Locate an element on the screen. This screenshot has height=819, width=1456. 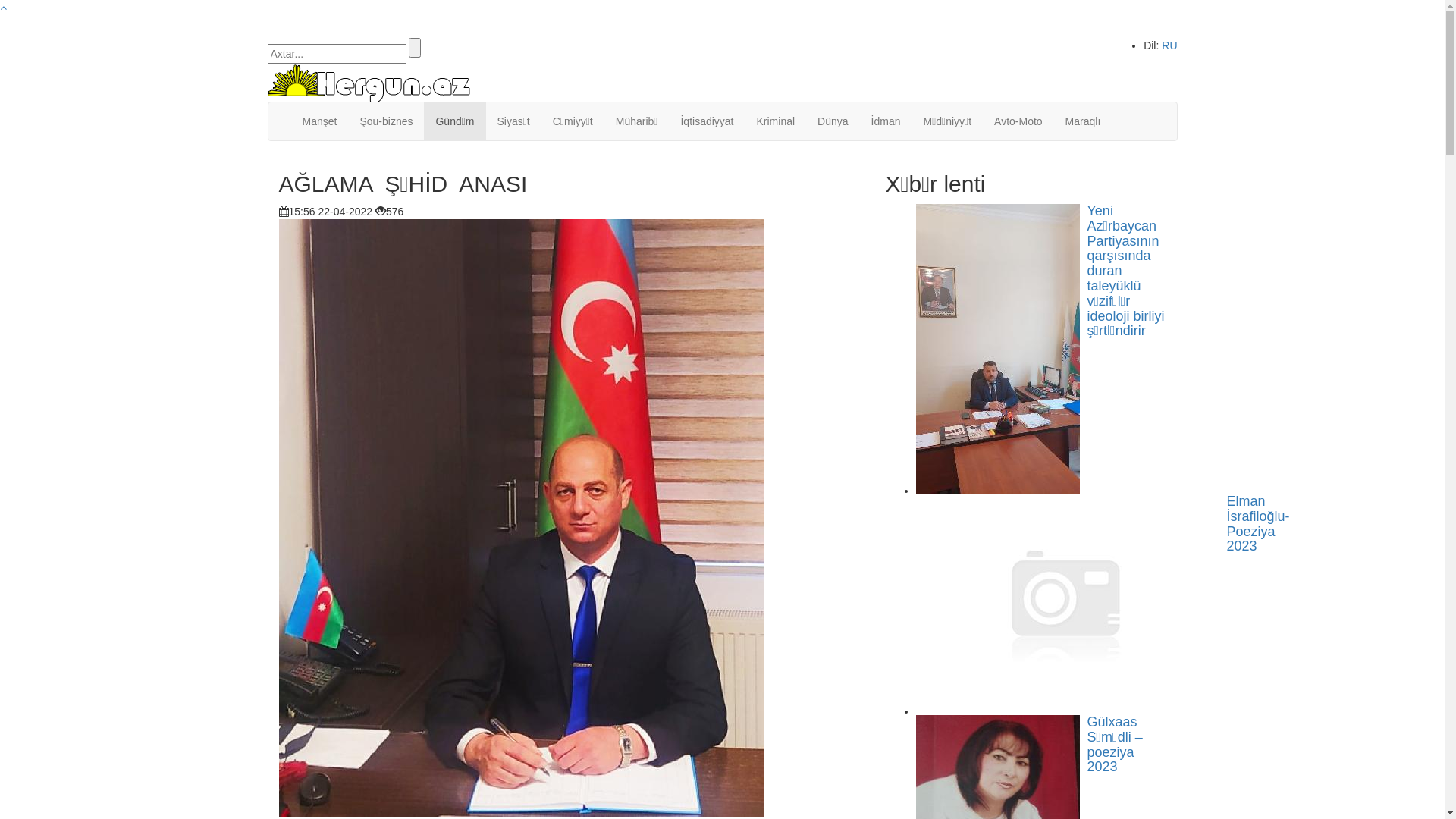
'Avto-Moto' is located at coordinates (1018, 120).